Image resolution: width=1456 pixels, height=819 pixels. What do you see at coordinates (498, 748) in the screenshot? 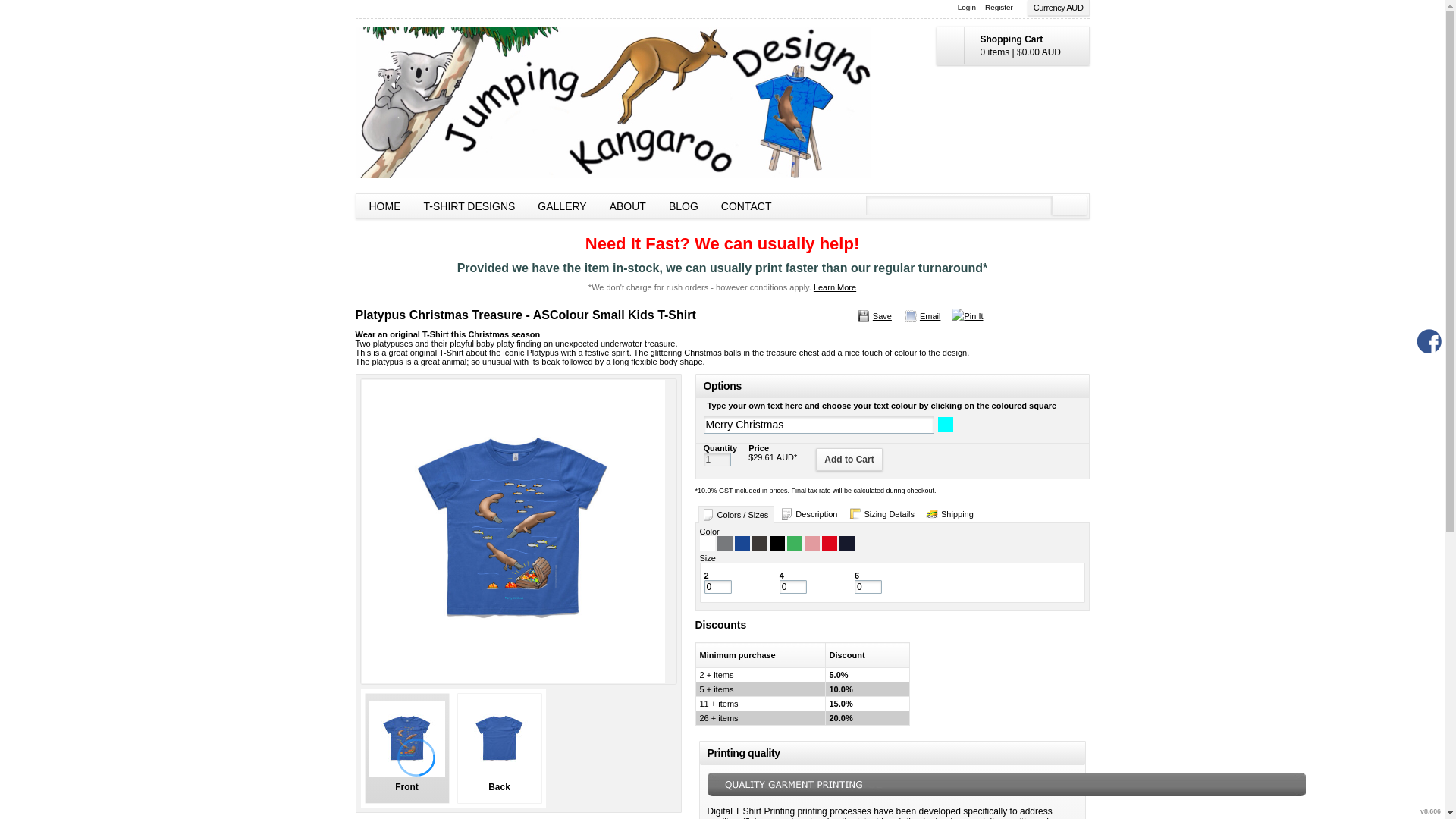
I see `'Back'` at bounding box center [498, 748].